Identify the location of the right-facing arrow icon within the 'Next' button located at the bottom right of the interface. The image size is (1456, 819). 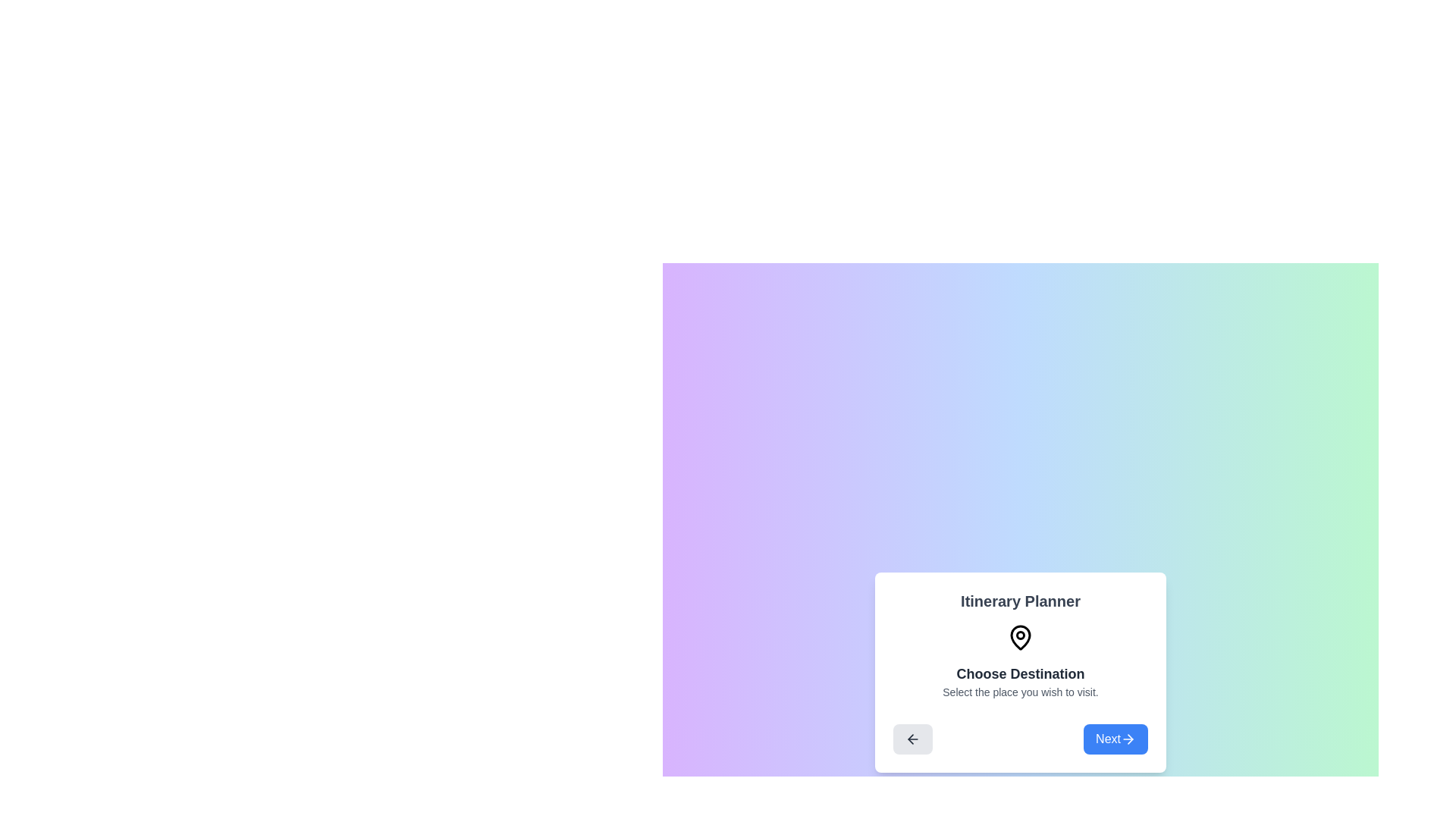
(1130, 739).